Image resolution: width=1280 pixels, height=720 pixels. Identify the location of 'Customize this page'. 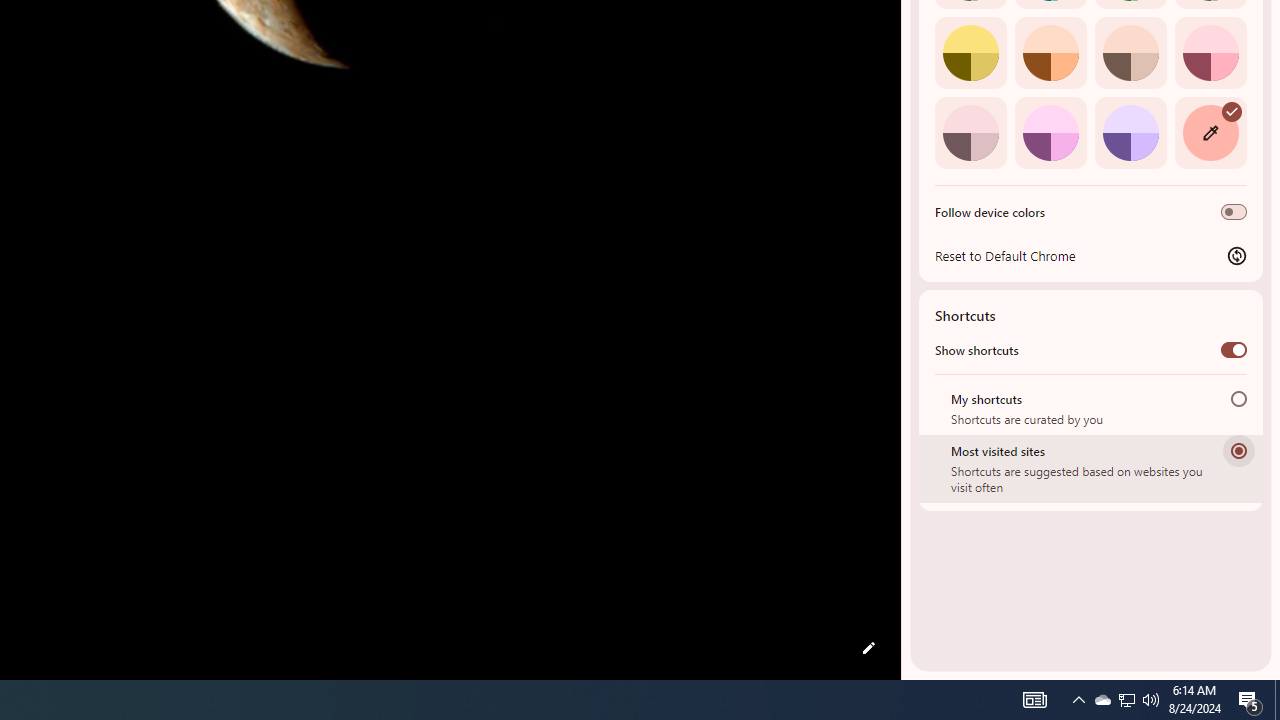
(868, 648).